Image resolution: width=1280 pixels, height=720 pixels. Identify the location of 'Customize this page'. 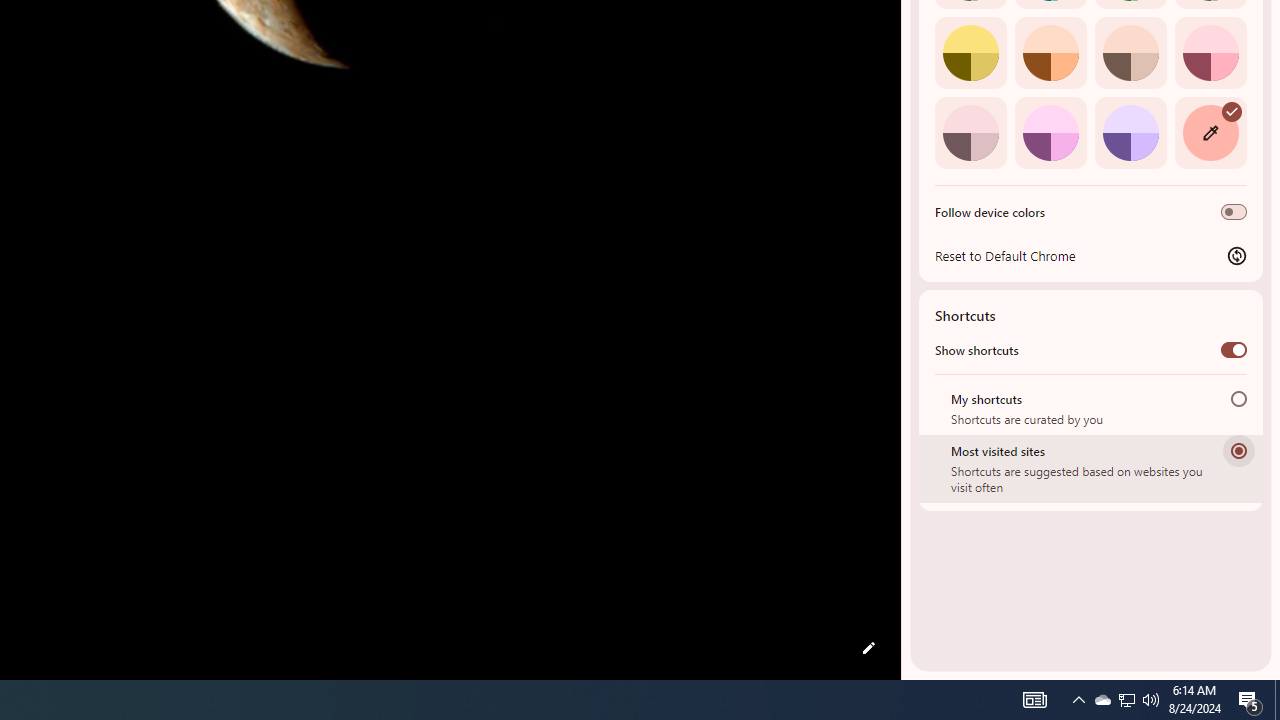
(868, 648).